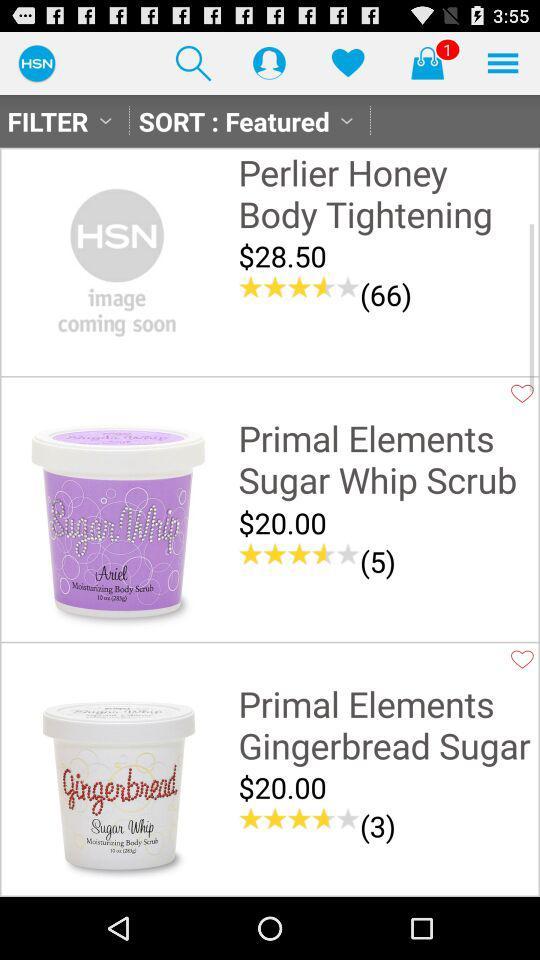 Image resolution: width=540 pixels, height=960 pixels. What do you see at coordinates (298, 286) in the screenshot?
I see `the item next to the (66) item` at bounding box center [298, 286].